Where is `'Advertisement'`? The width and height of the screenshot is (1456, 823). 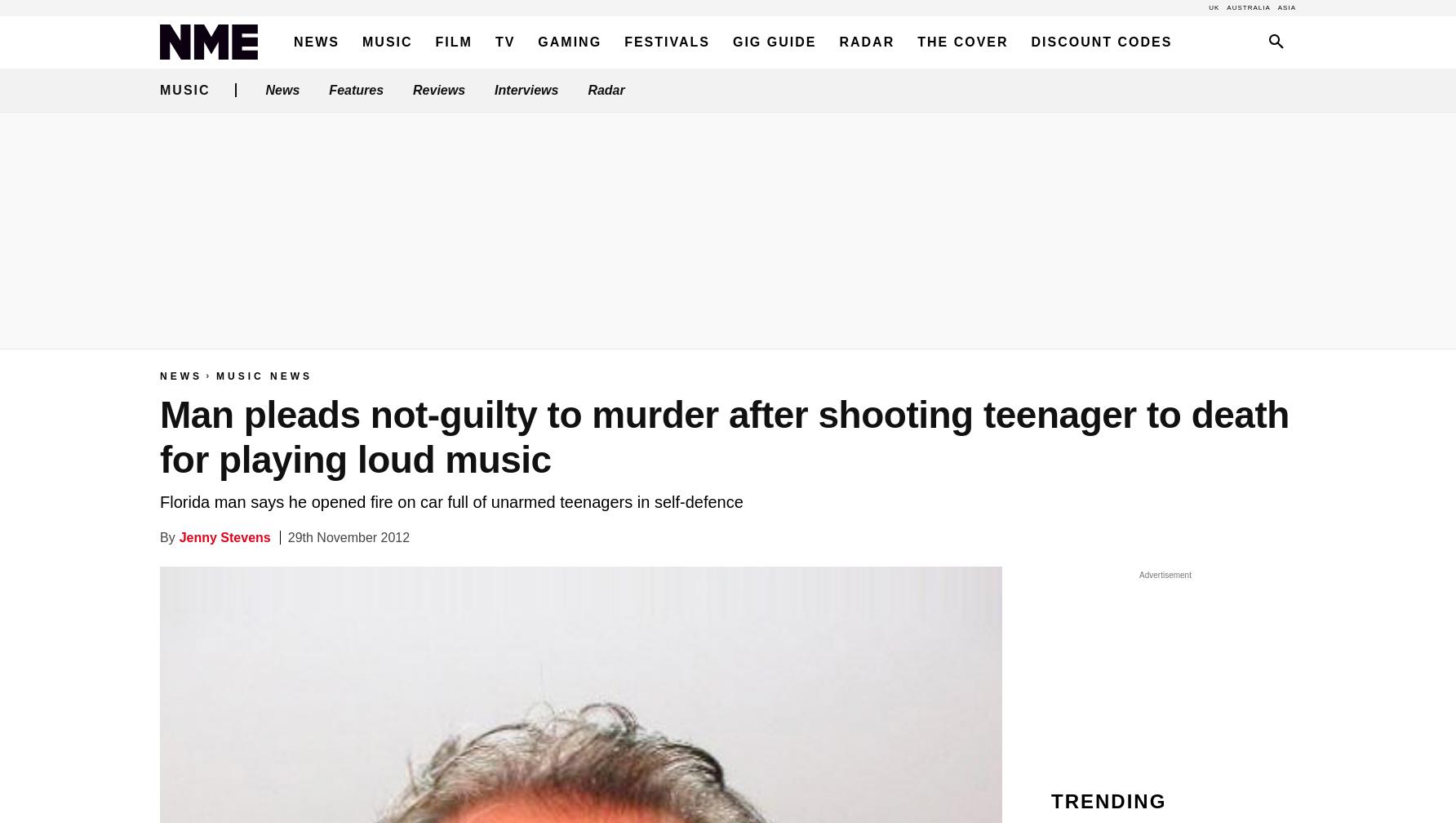 'Advertisement' is located at coordinates (1165, 575).